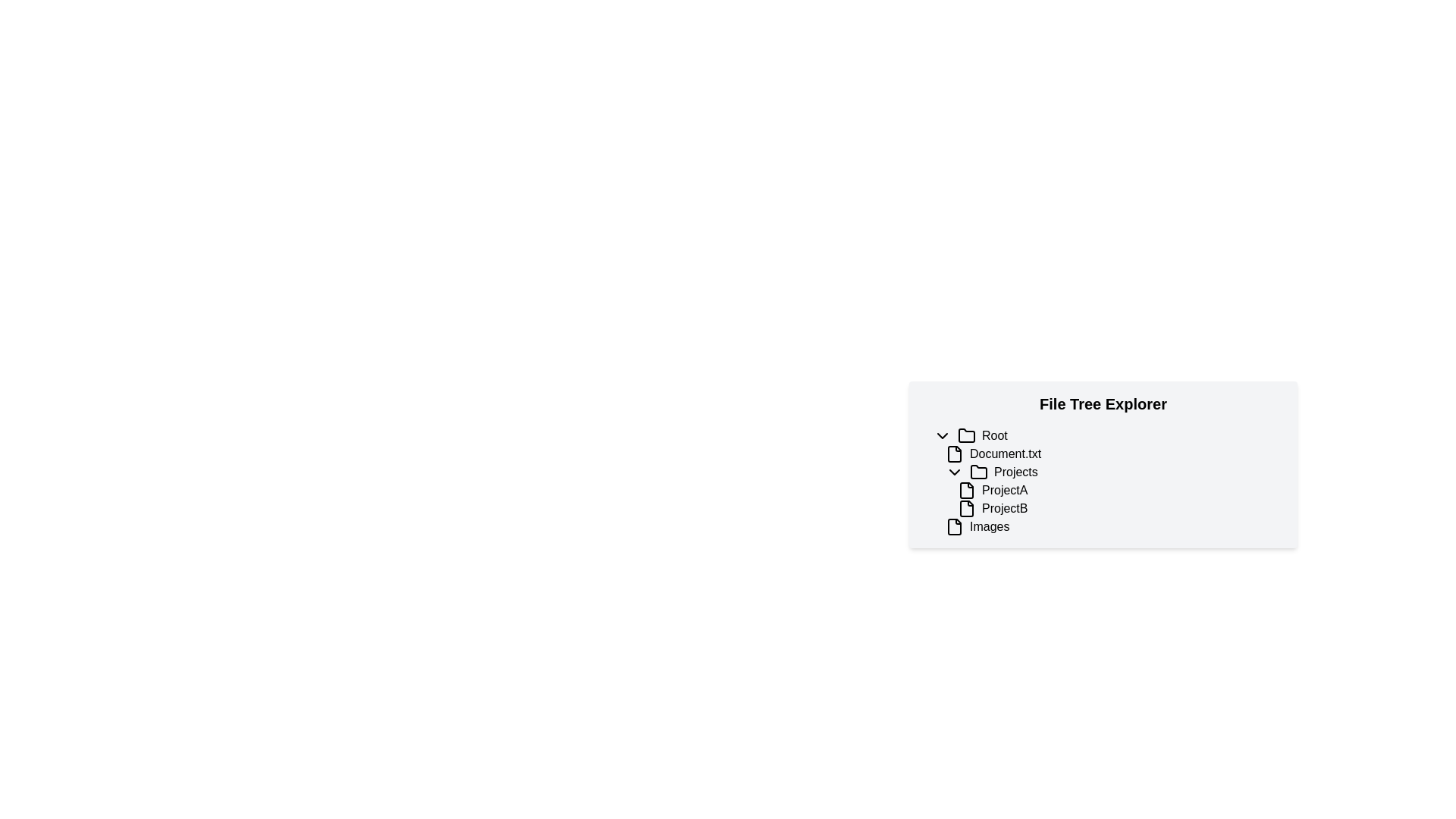 Image resolution: width=1456 pixels, height=819 pixels. Describe the element at coordinates (1004, 491) in the screenshot. I see `the 'ProjectA' text label in the file explorer` at that location.